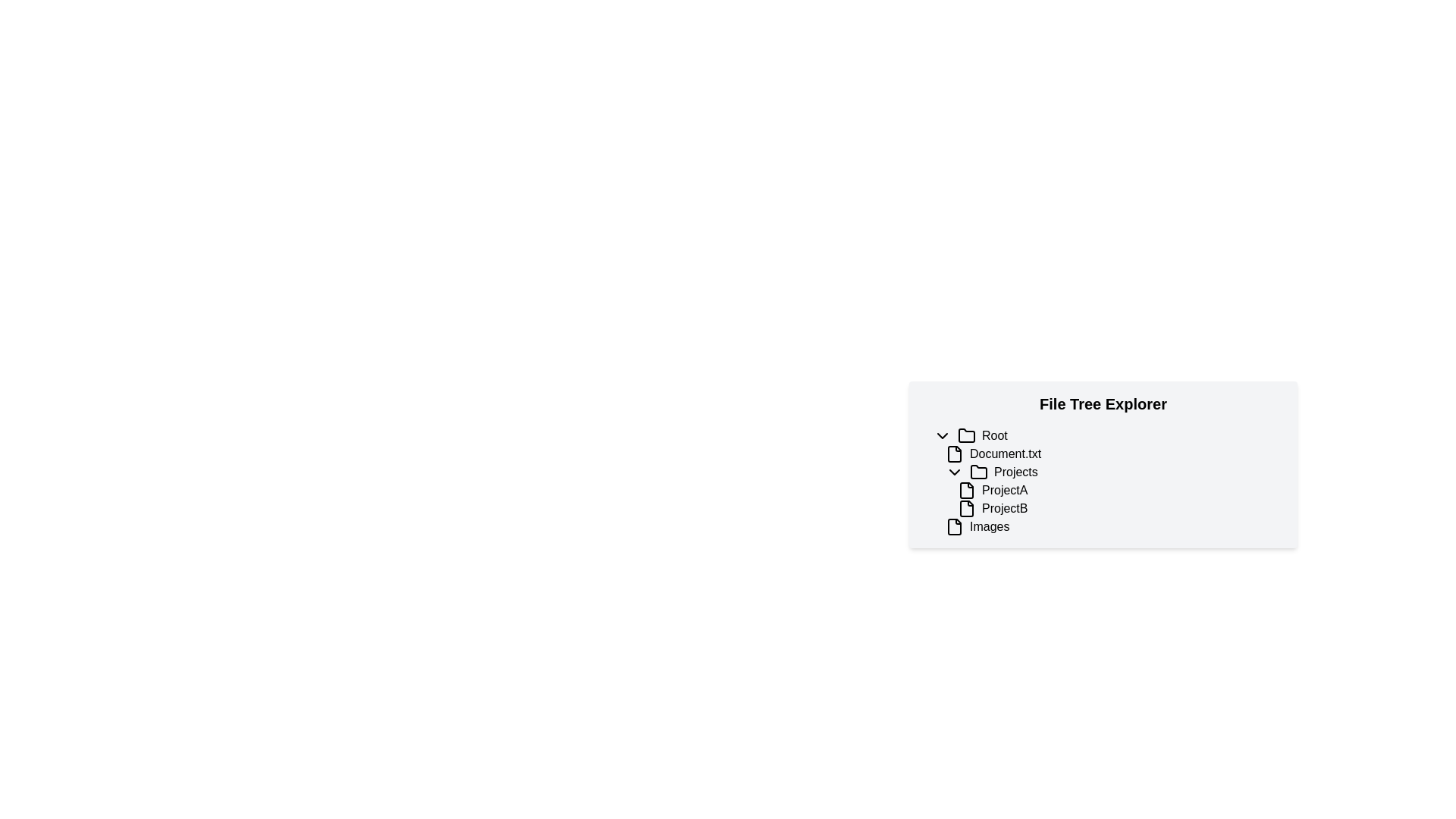 Image resolution: width=1456 pixels, height=819 pixels. Describe the element at coordinates (1004, 491) in the screenshot. I see `the 'ProjectA' text label in the file explorer` at that location.